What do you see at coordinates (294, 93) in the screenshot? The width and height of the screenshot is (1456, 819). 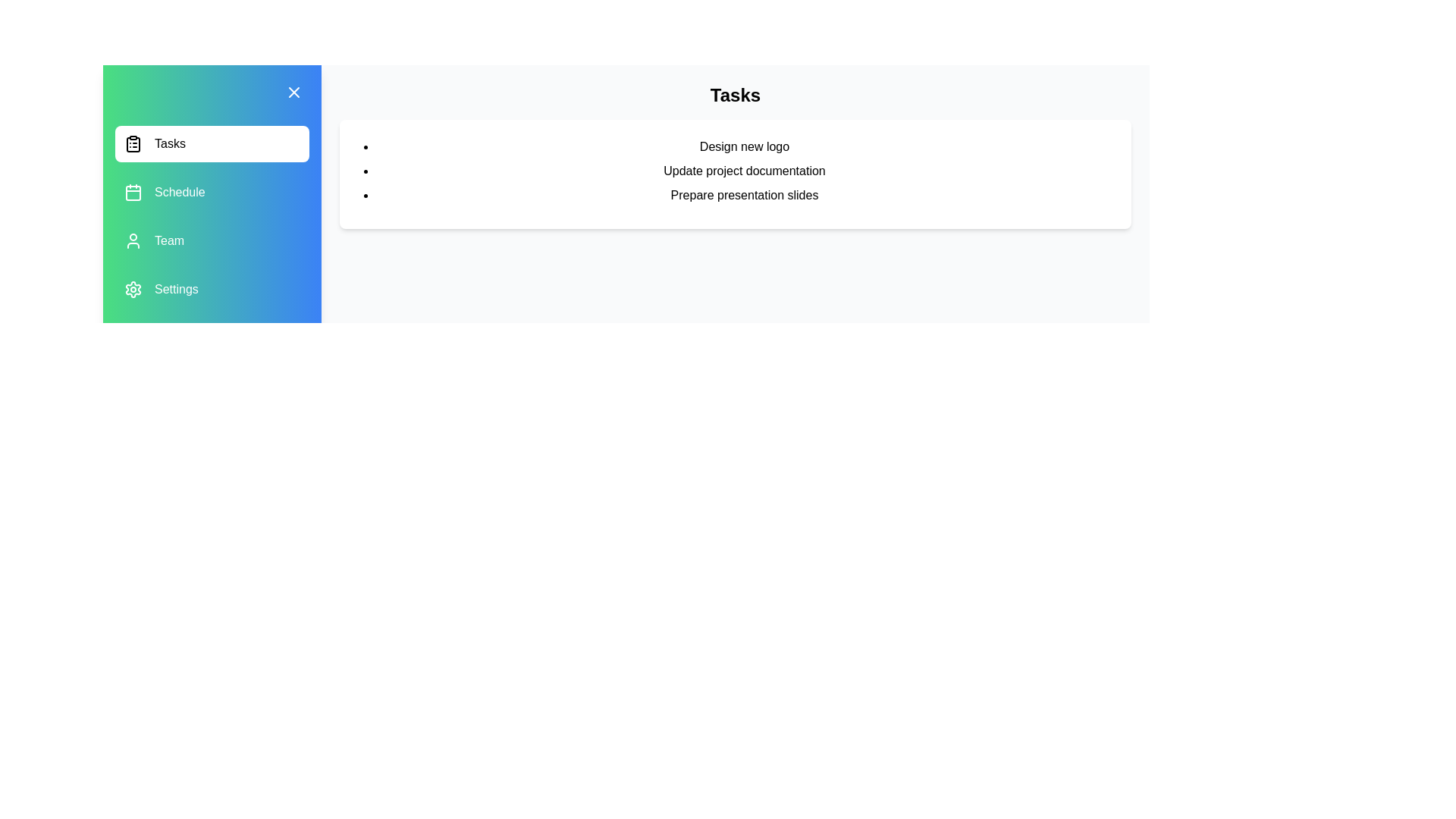 I see `the toggle button to toggle the drawer open or closed` at bounding box center [294, 93].